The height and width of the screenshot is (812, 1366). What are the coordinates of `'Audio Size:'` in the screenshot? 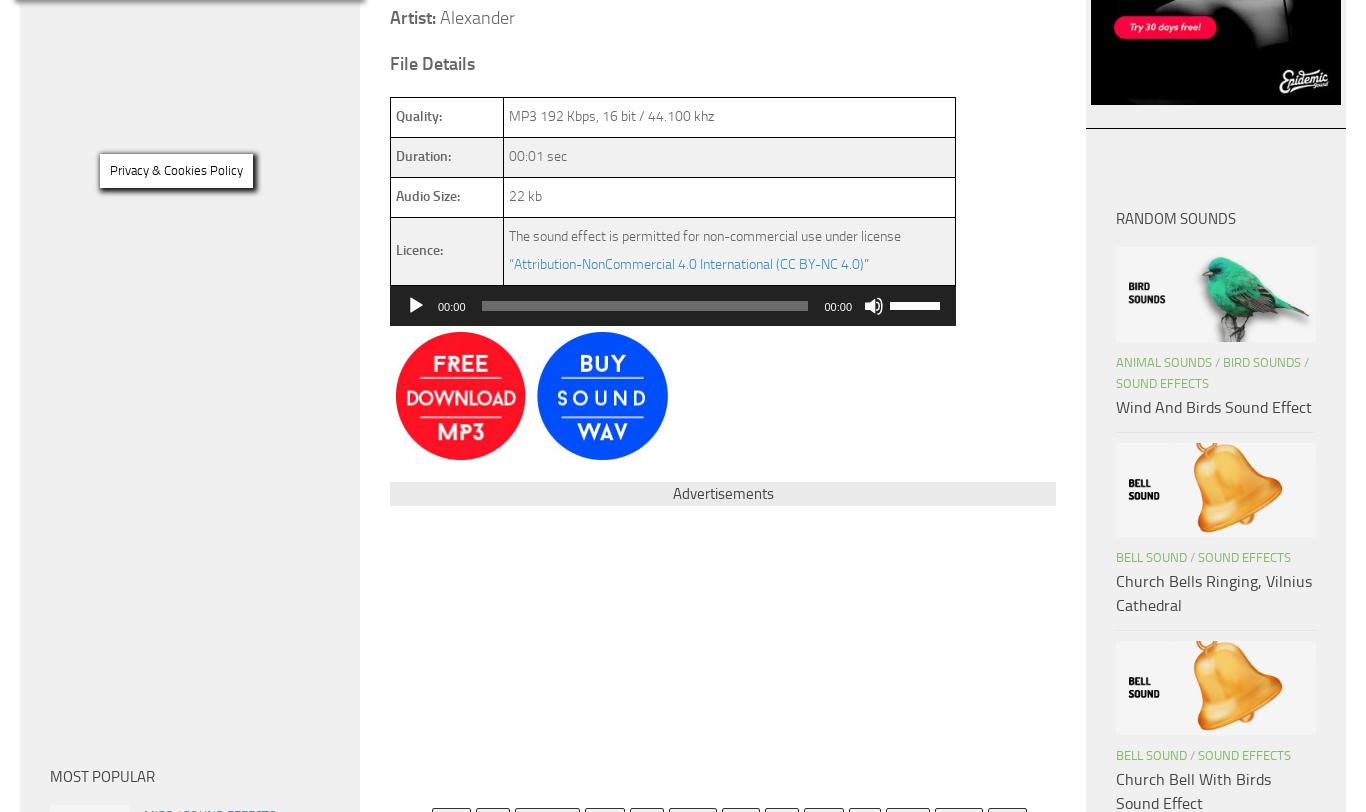 It's located at (426, 195).